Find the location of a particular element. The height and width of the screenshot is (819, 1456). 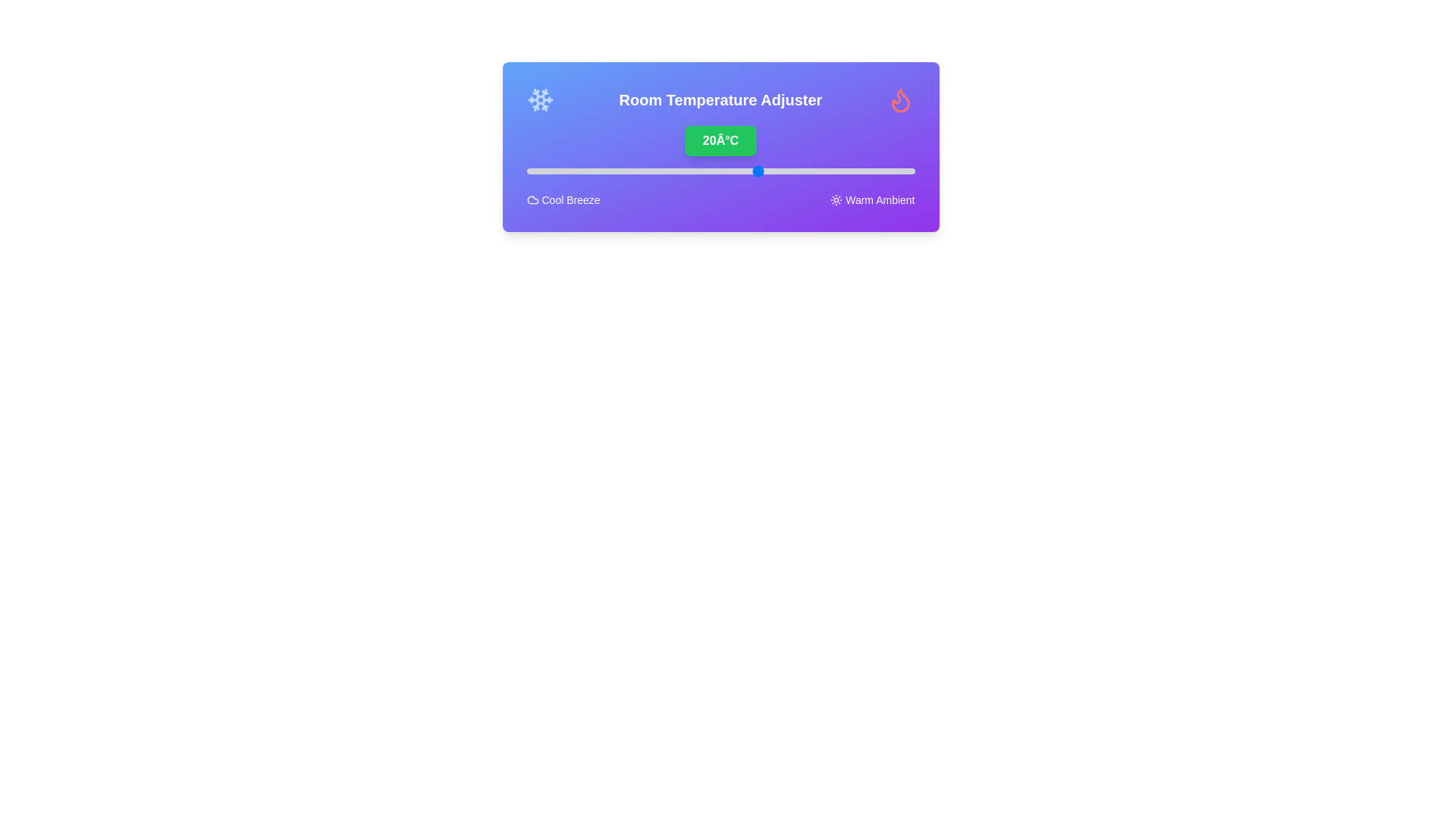

the displayed temperature value is located at coordinates (720, 140).